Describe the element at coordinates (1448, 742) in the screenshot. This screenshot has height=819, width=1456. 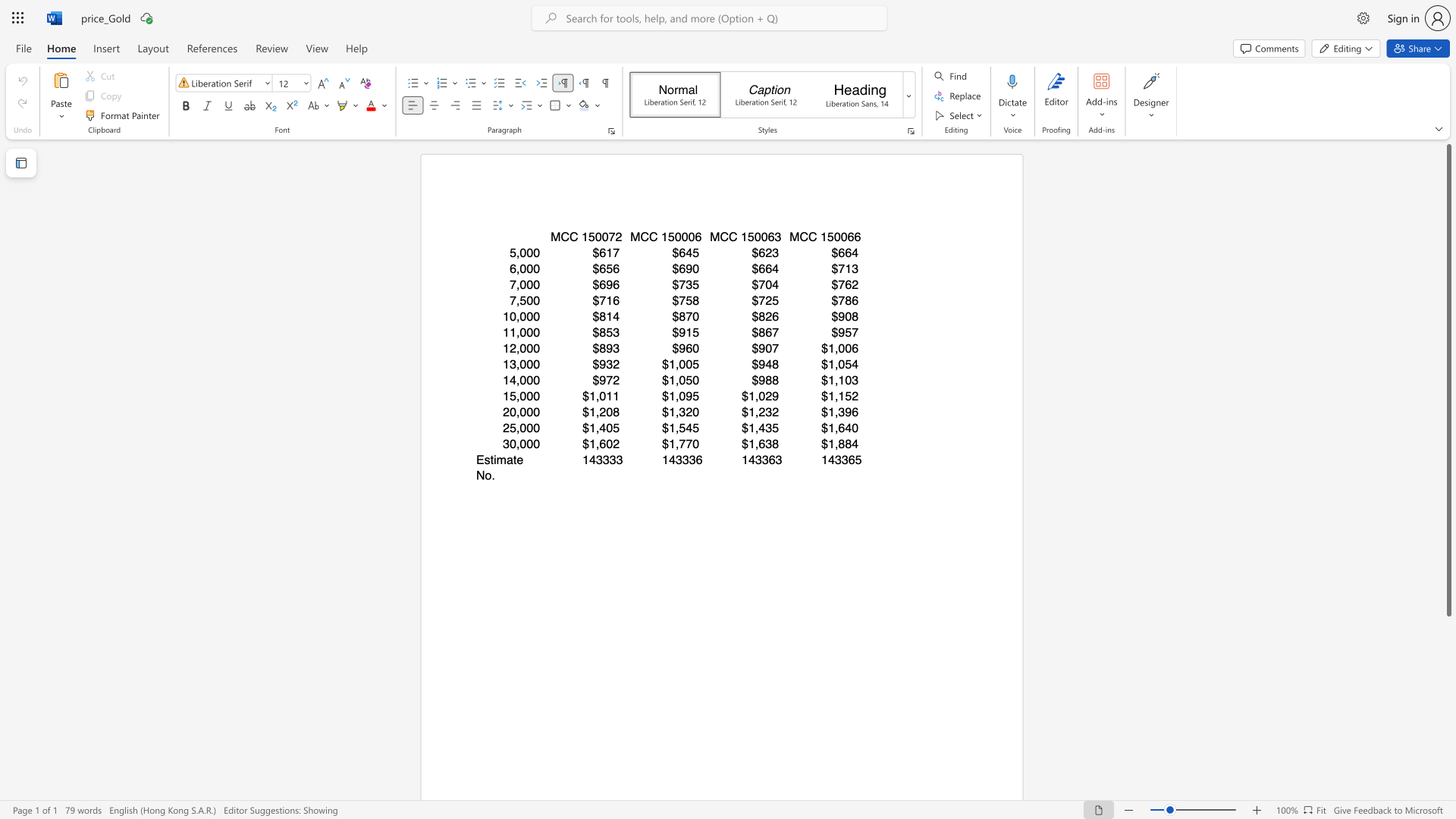
I see `the scrollbar to move the view down` at that location.